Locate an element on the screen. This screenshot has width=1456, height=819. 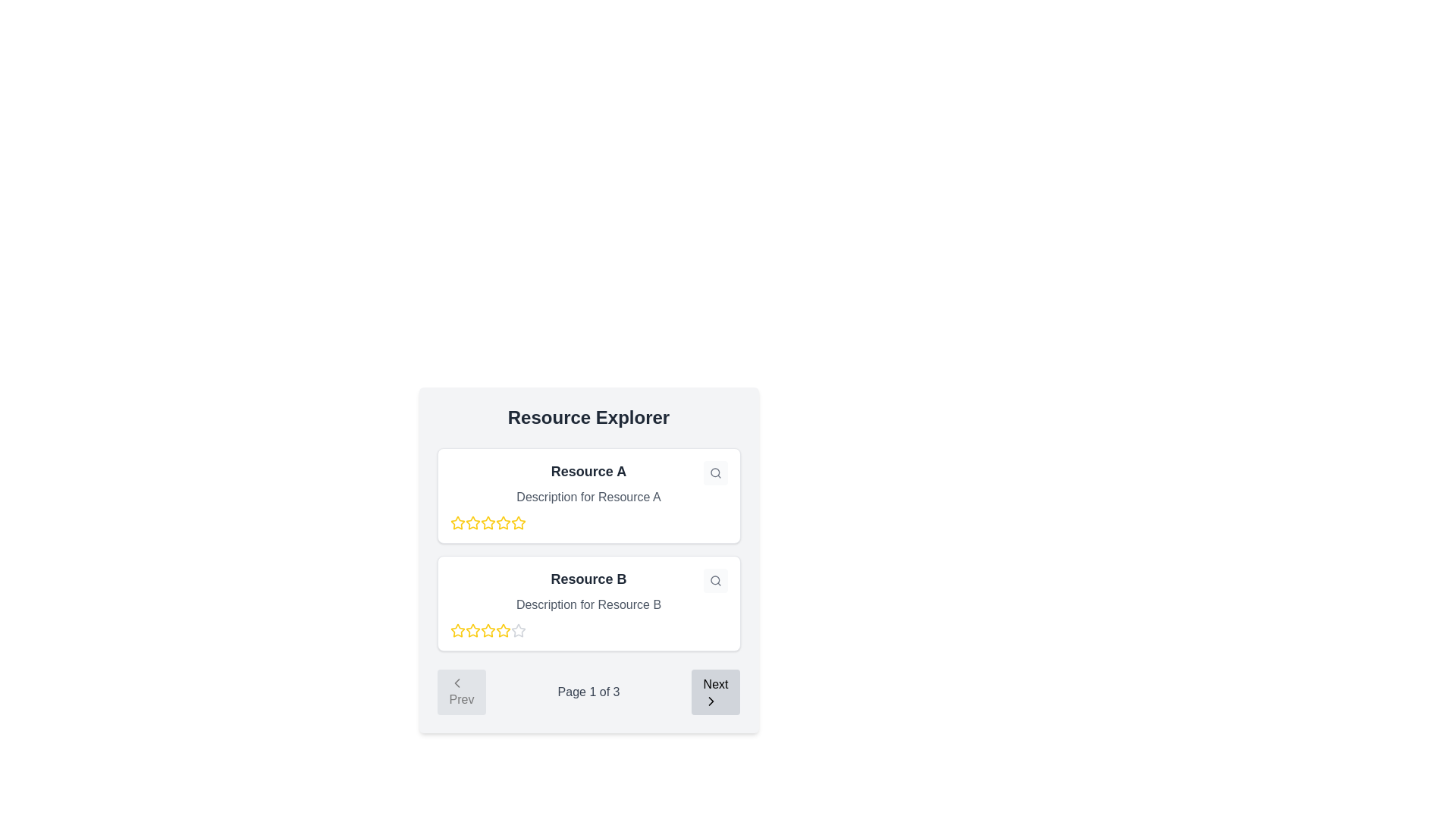
the 'Resource A' card in the 'Resource Explorer' dialog is located at coordinates (588, 560).